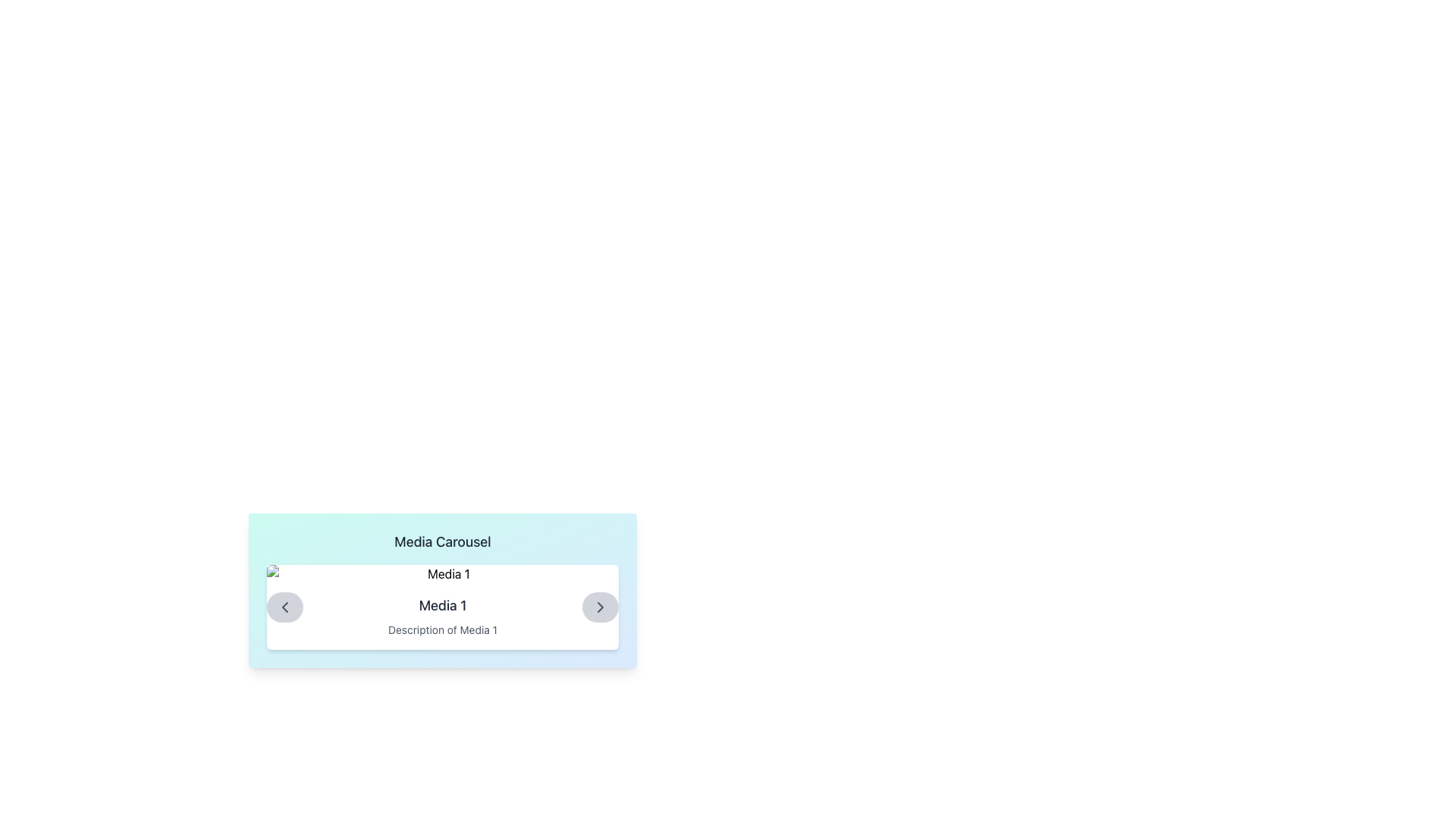 The image size is (1456, 819). I want to click on the media thumbnail labeled 'Media 1' within the 'Media Carousel', so click(442, 590).